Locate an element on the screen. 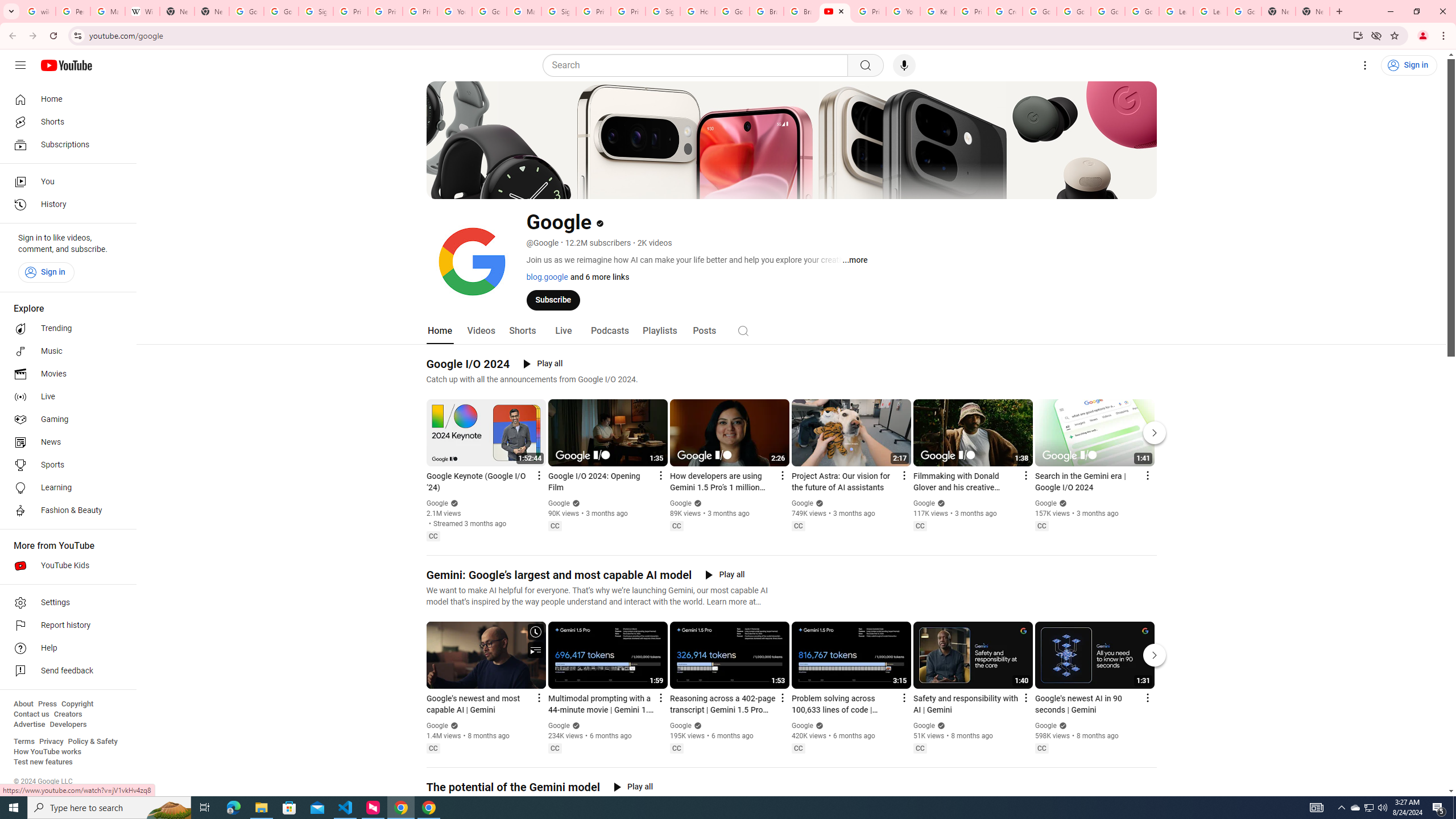  'Test new features' is located at coordinates (42, 761).